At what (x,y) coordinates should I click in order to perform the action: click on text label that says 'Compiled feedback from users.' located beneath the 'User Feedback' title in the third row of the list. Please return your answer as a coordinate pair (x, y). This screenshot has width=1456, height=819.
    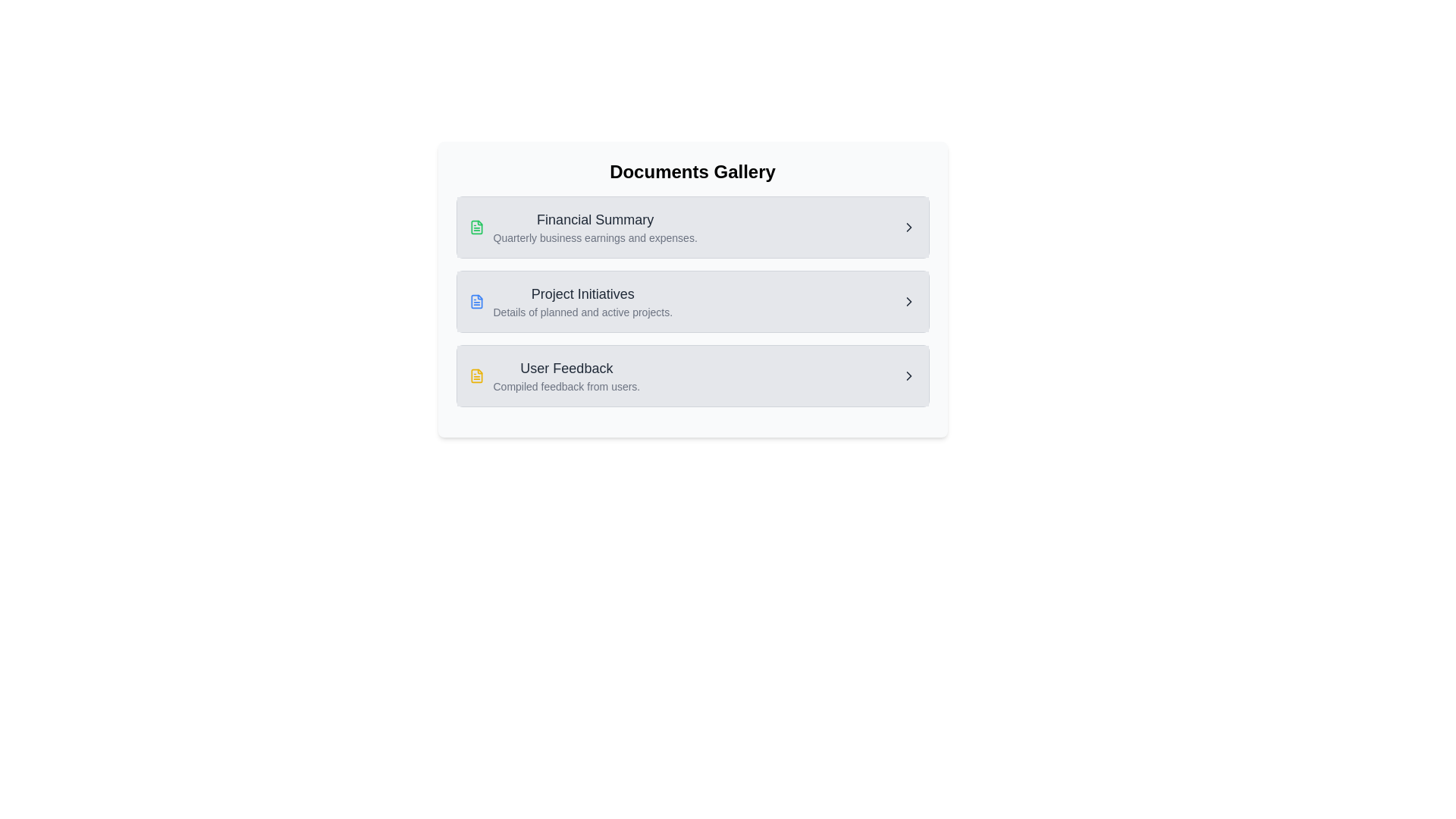
    Looking at the image, I should click on (566, 385).